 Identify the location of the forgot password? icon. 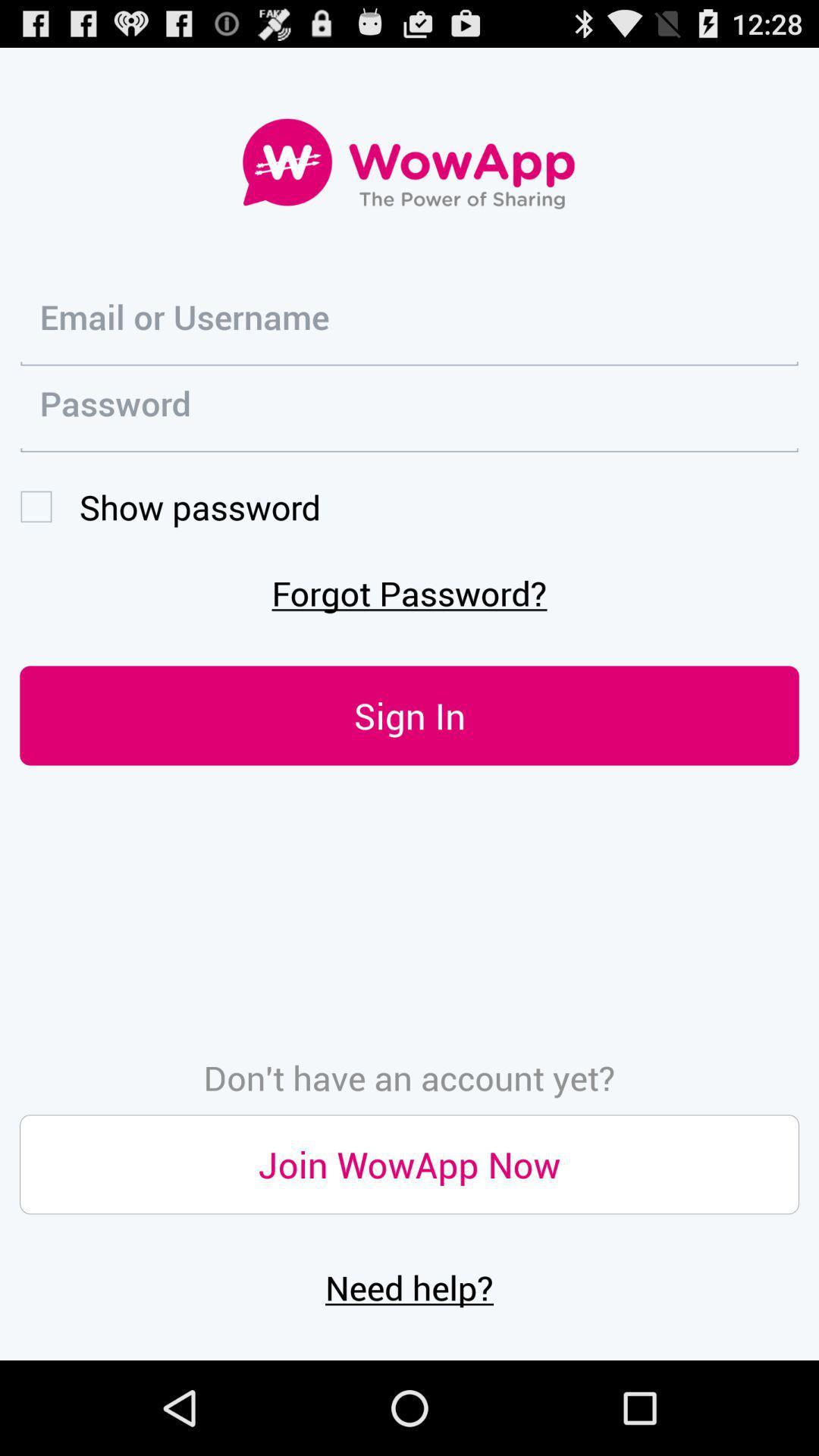
(409, 591).